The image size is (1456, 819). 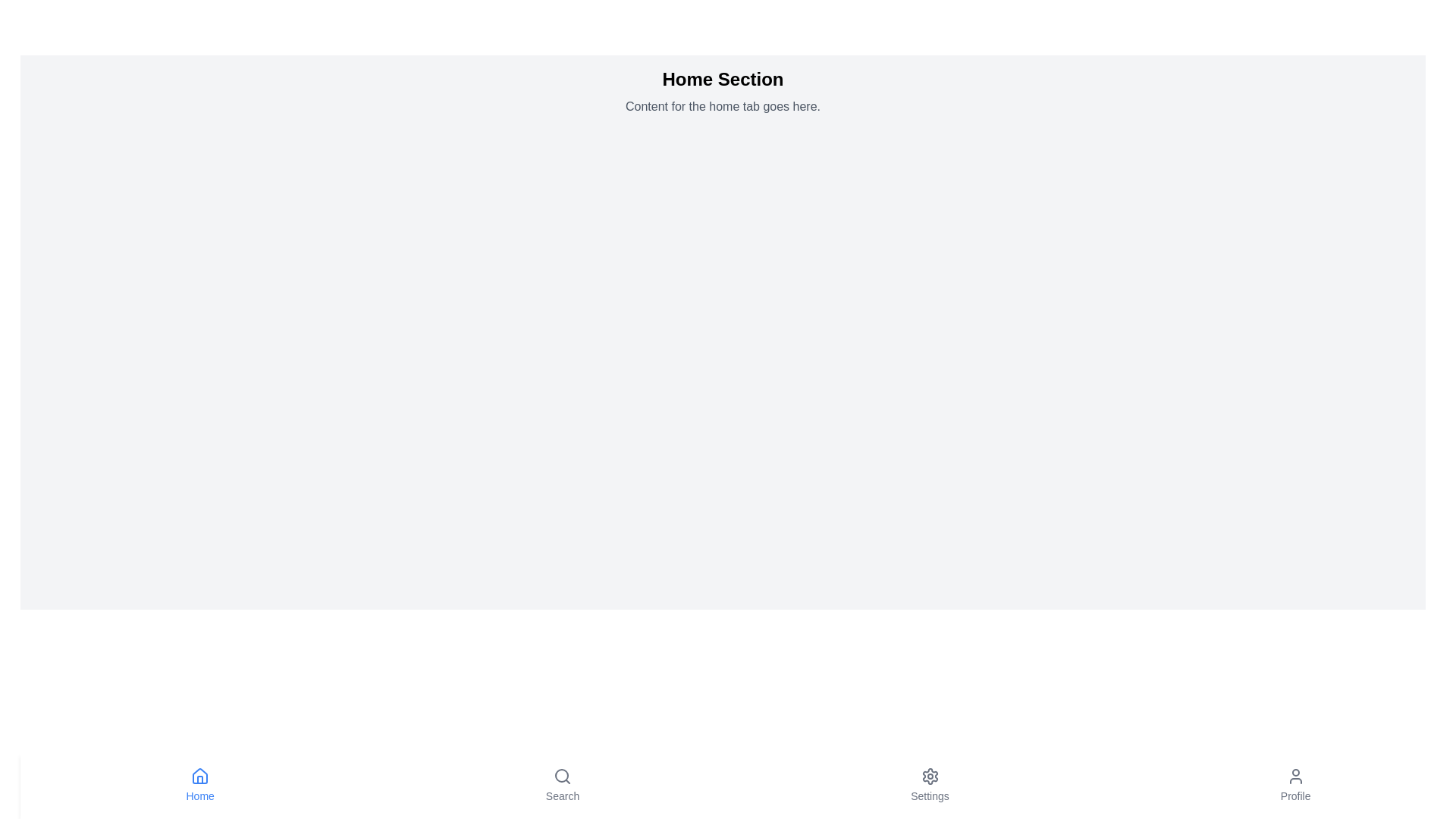 I want to click on the 'Home' button in the bottom navigation bar, which is styled in blue and features a house icon with the text 'Home' beneath it, so click(x=199, y=785).